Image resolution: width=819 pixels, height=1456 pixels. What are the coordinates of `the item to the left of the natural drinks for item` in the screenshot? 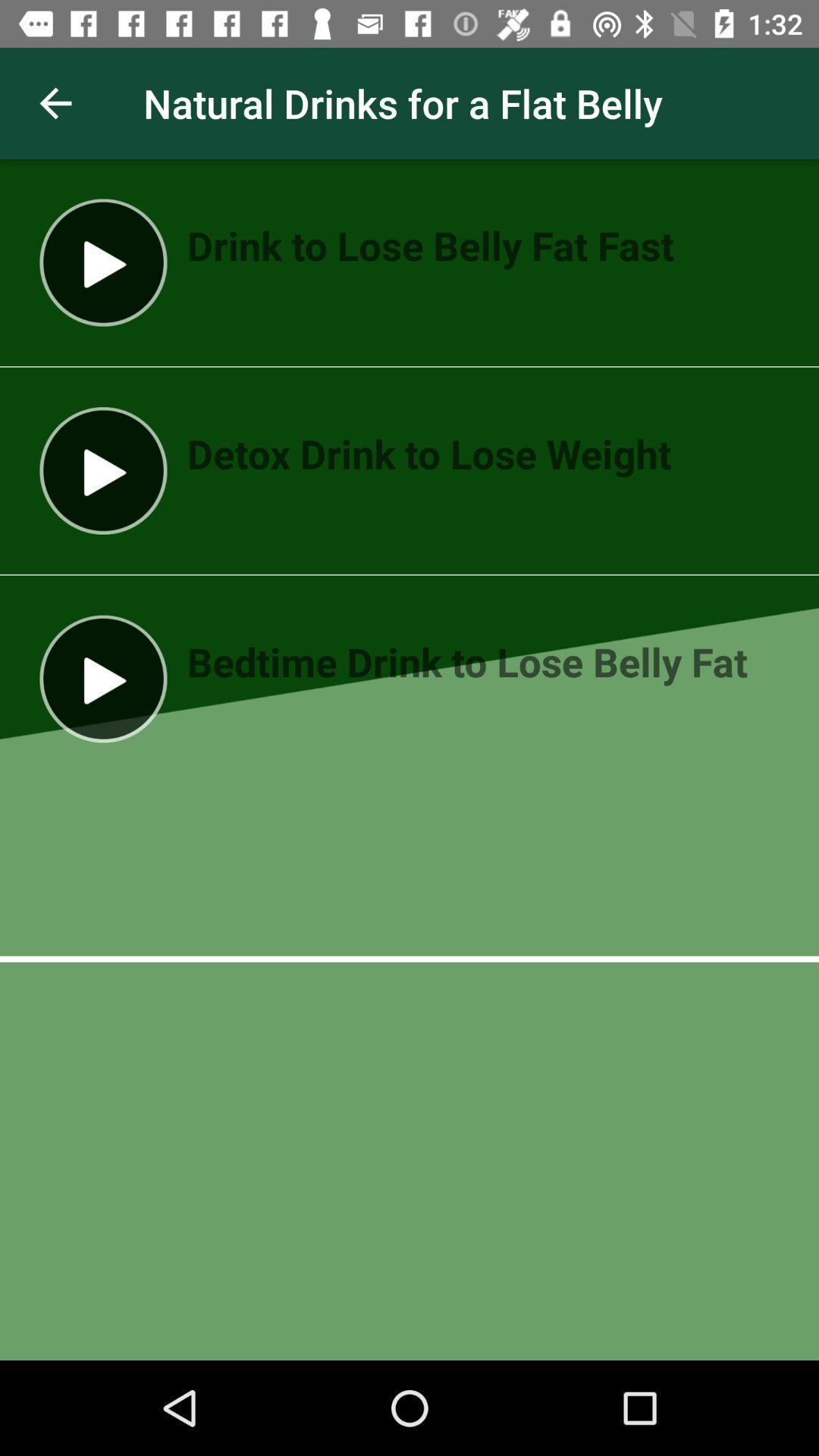 It's located at (55, 102).